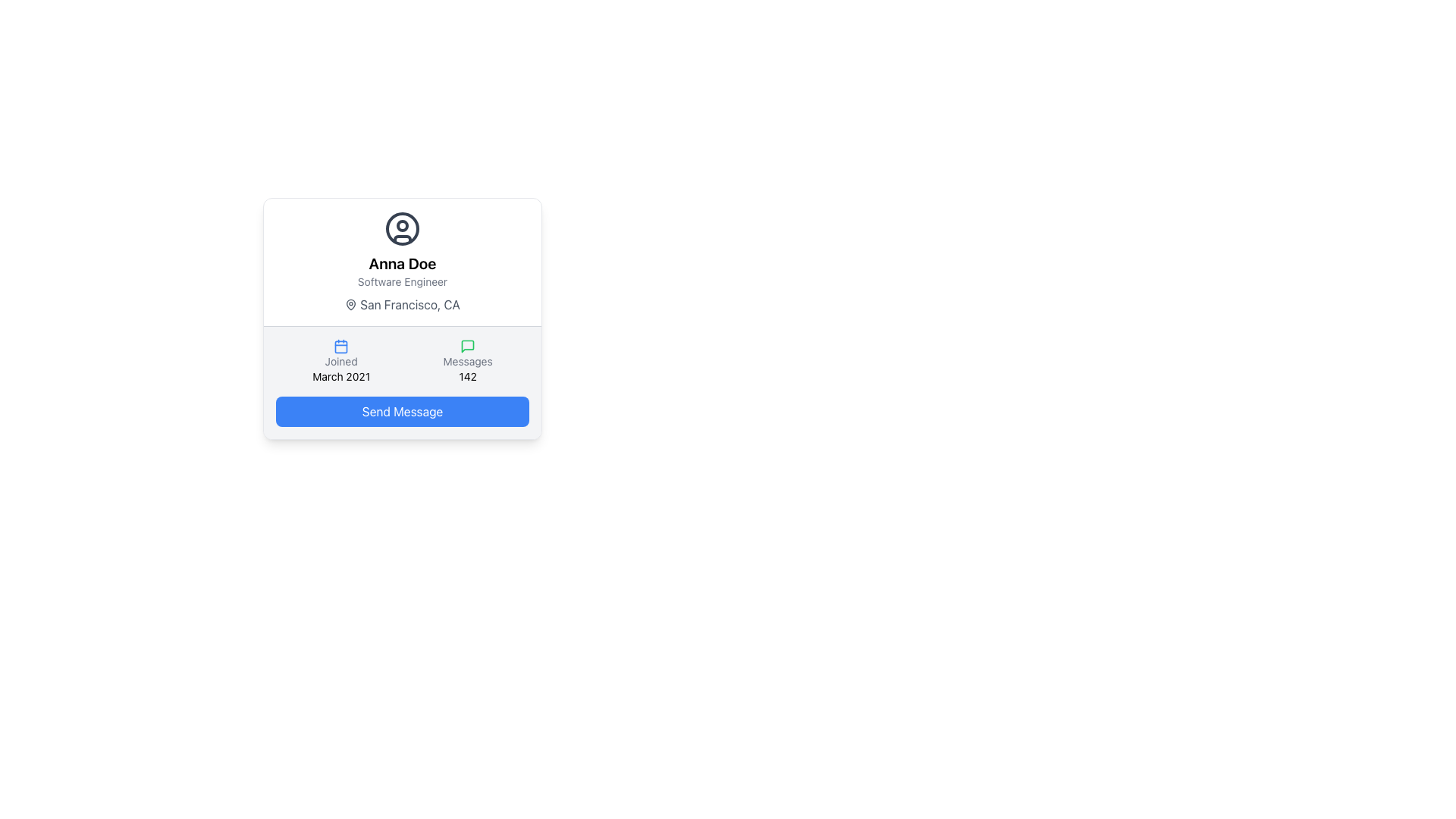  I want to click on text labeled 'Software Engineer' which is styled in a small, gray-colored font and located within a profile card layout, positioned beneath 'Anna Doe' and above 'San Francisco, CA', so click(403, 281).